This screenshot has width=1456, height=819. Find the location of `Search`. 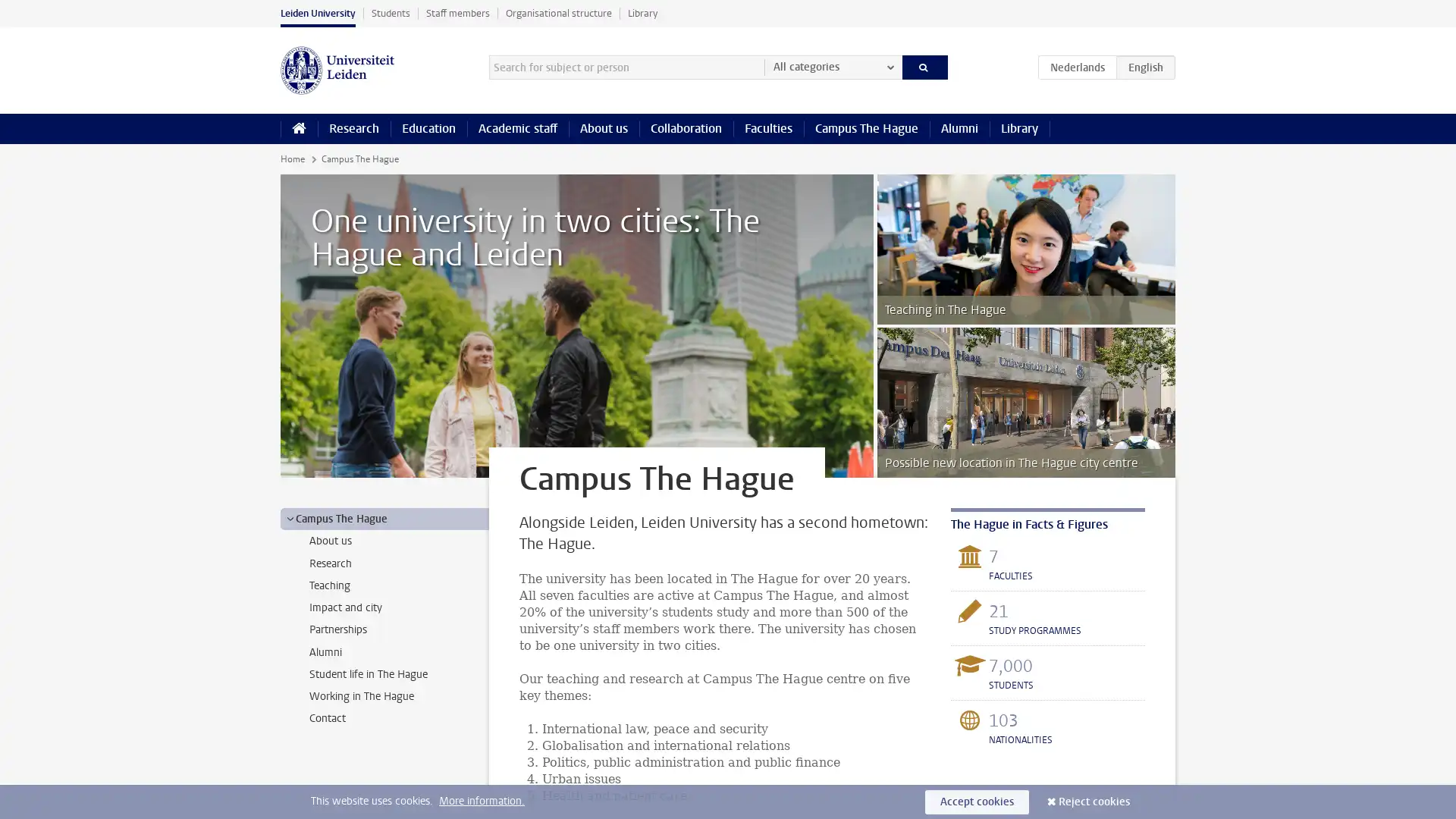

Search is located at coordinates (924, 66).